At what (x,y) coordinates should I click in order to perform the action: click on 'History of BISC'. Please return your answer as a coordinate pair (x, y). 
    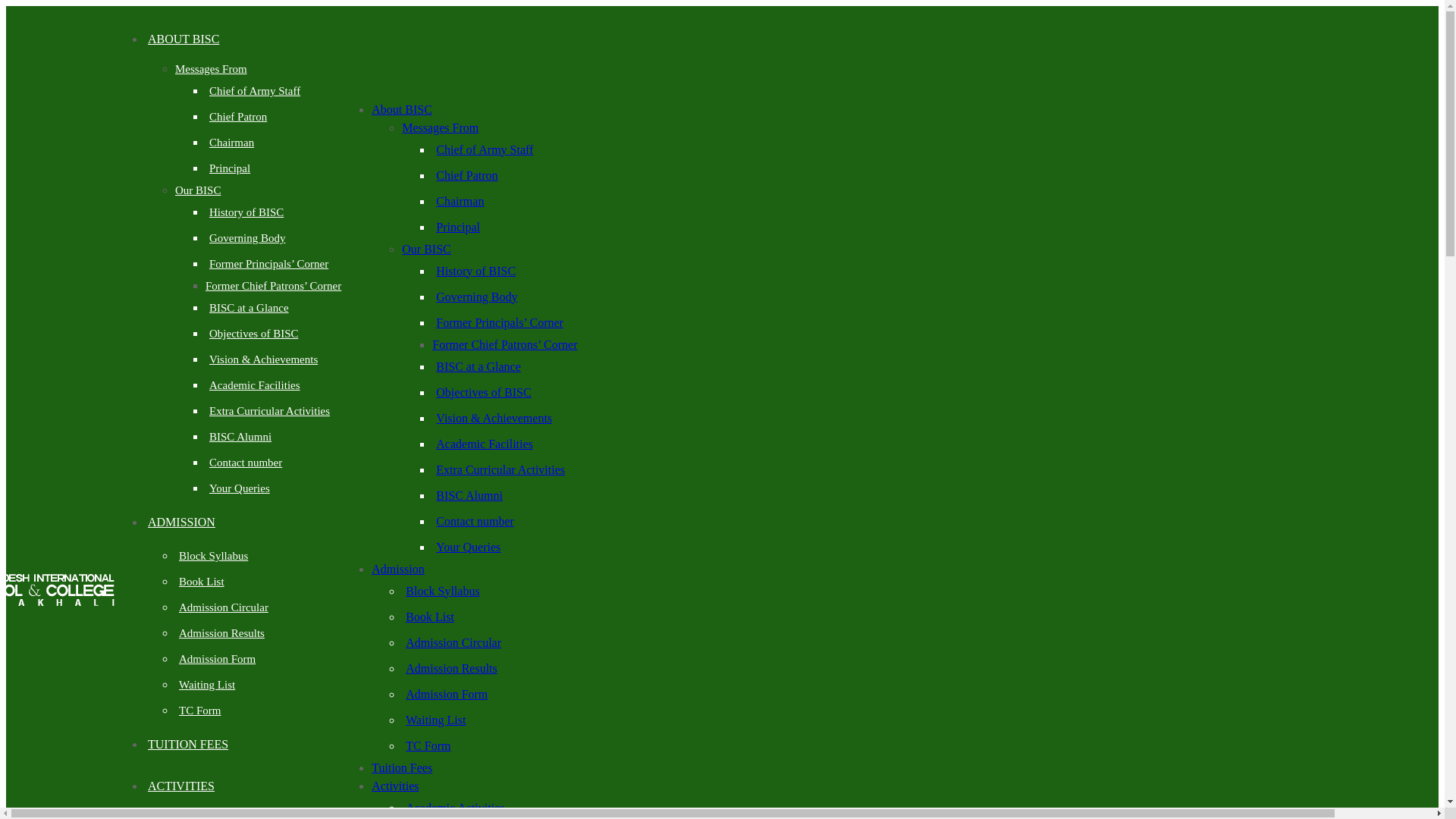
    Looking at the image, I should click on (435, 269).